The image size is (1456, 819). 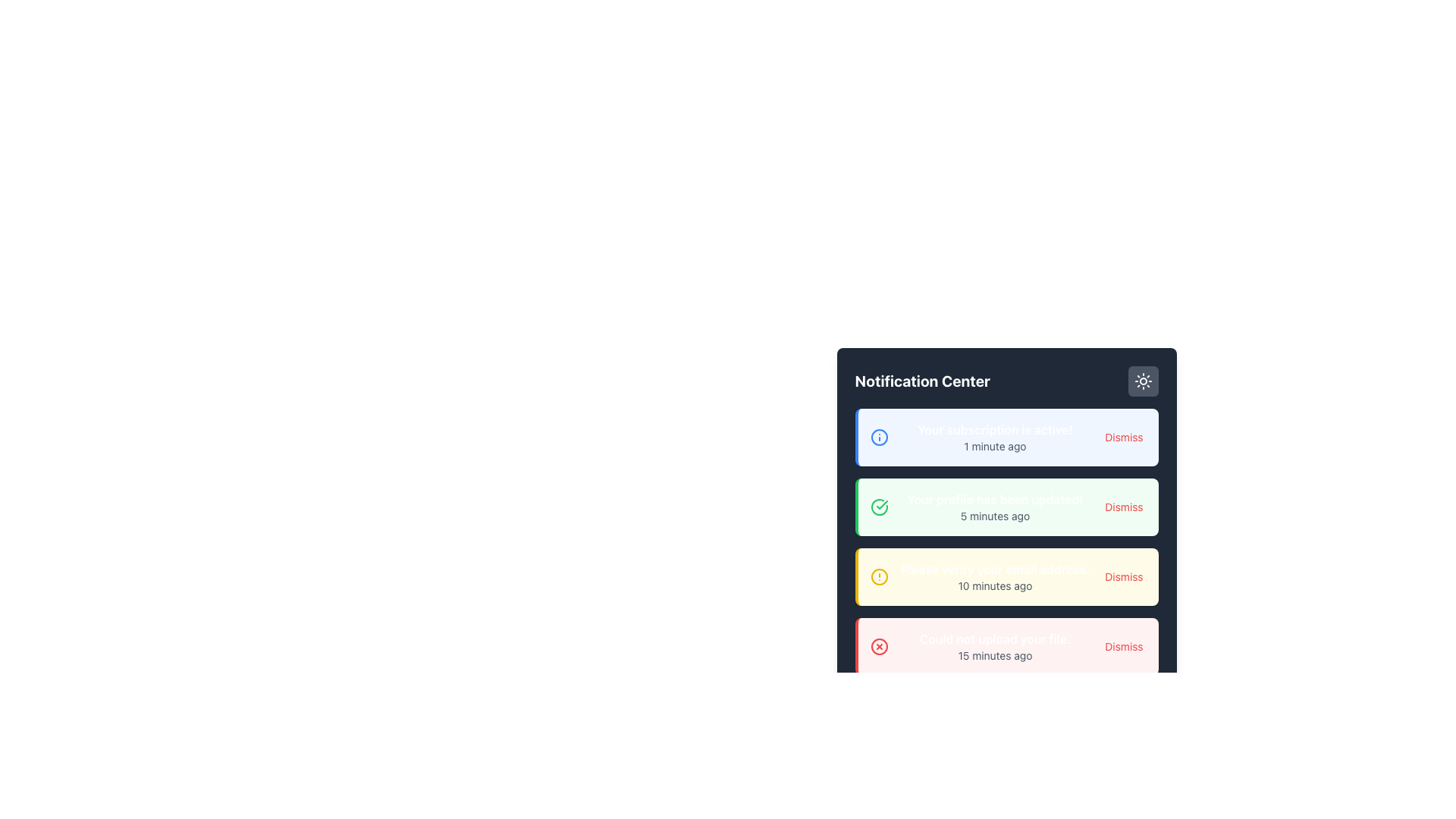 I want to click on the 'Dismiss' button, which is styled in red with rounded corners, located on the right side of the light-green notification card that says 'Your profile has been updated!', so click(x=1124, y=507).